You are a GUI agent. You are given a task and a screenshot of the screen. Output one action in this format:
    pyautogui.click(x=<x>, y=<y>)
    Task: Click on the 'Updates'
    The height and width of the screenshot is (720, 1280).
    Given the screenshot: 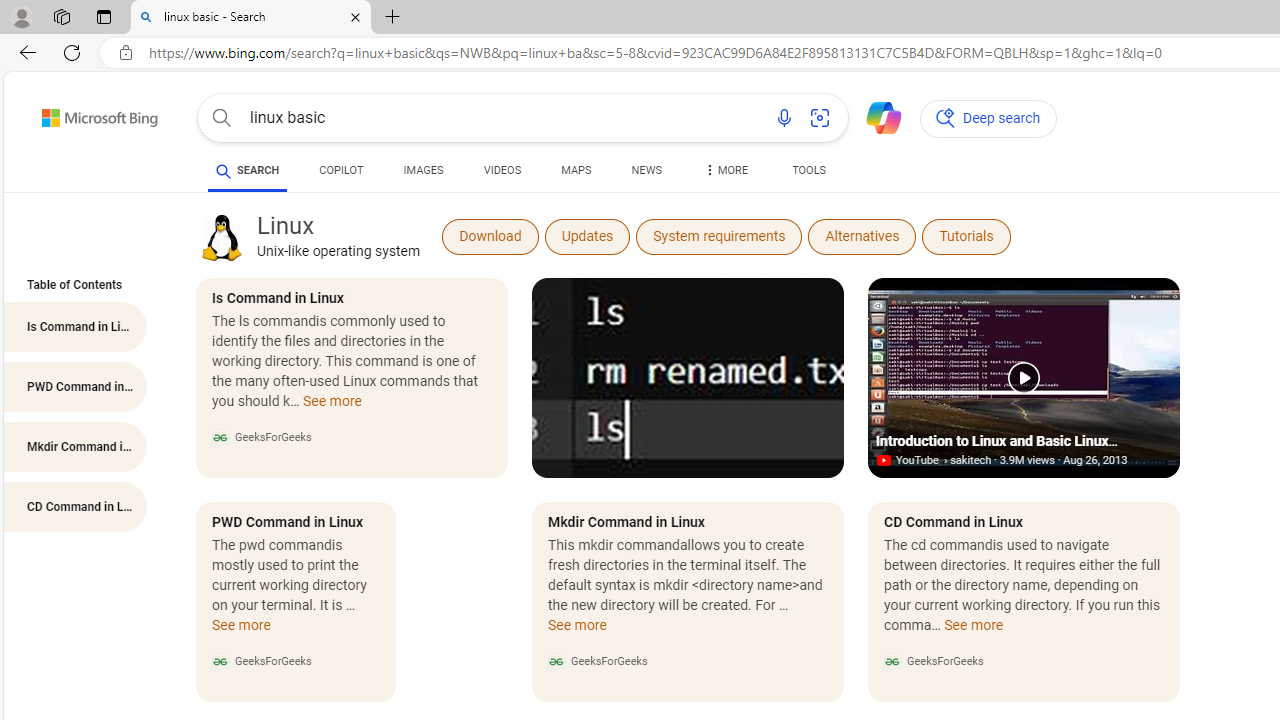 What is the action you would take?
    pyautogui.click(x=586, y=235)
    